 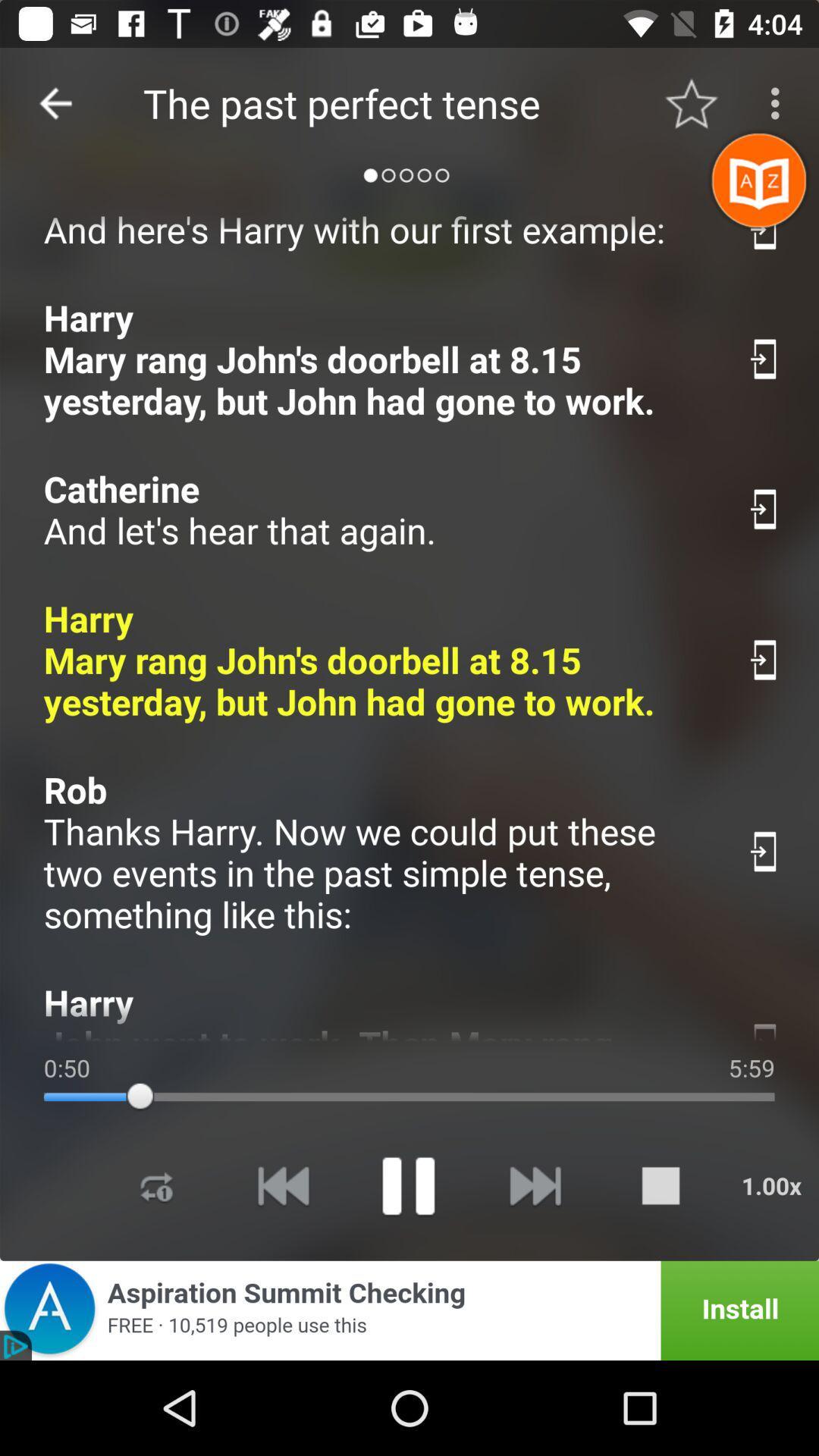 I want to click on advertisement, so click(x=409, y=1310).